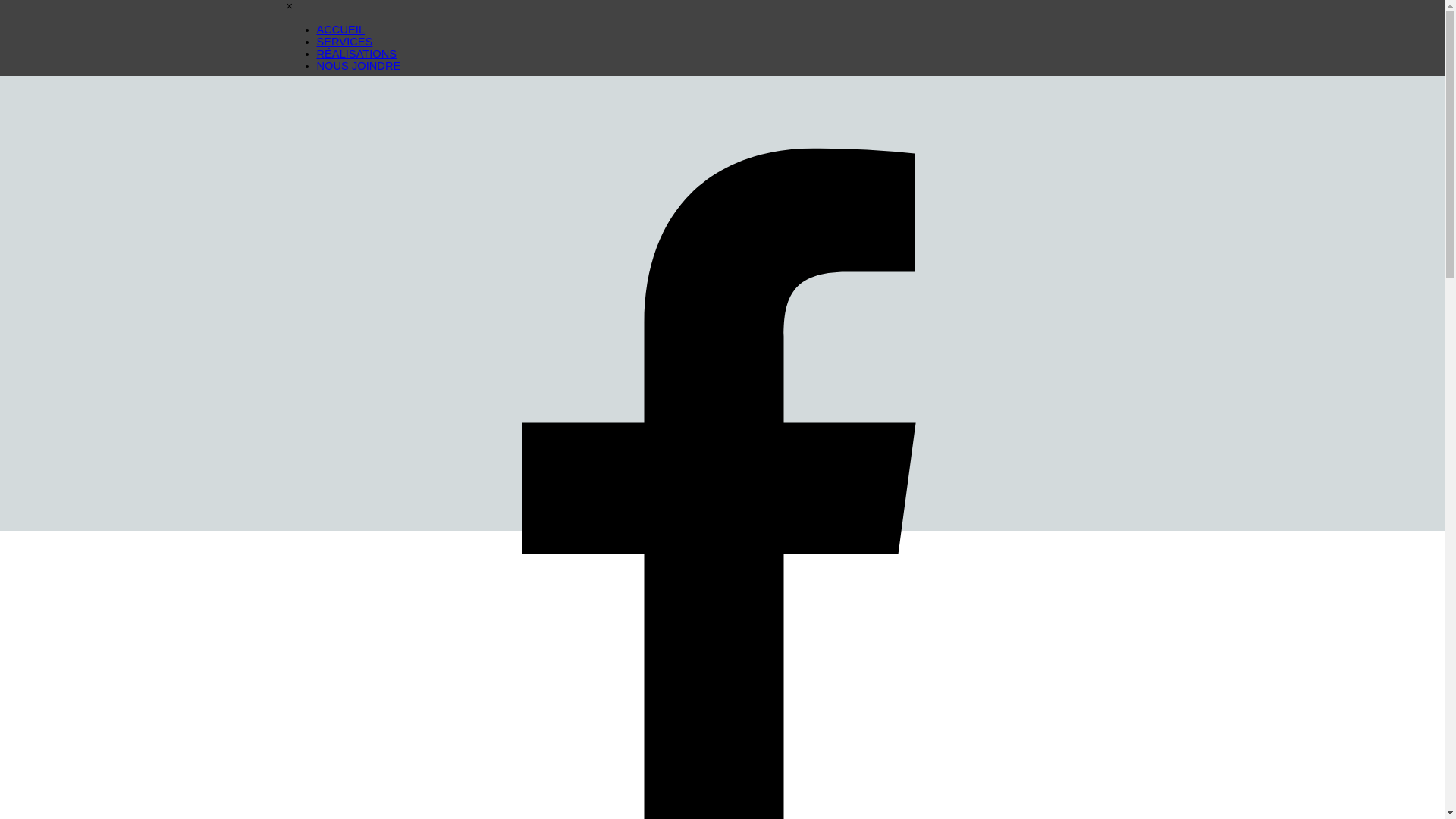  Describe the element at coordinates (315, 29) in the screenshot. I see `'ACCUEIL'` at that location.